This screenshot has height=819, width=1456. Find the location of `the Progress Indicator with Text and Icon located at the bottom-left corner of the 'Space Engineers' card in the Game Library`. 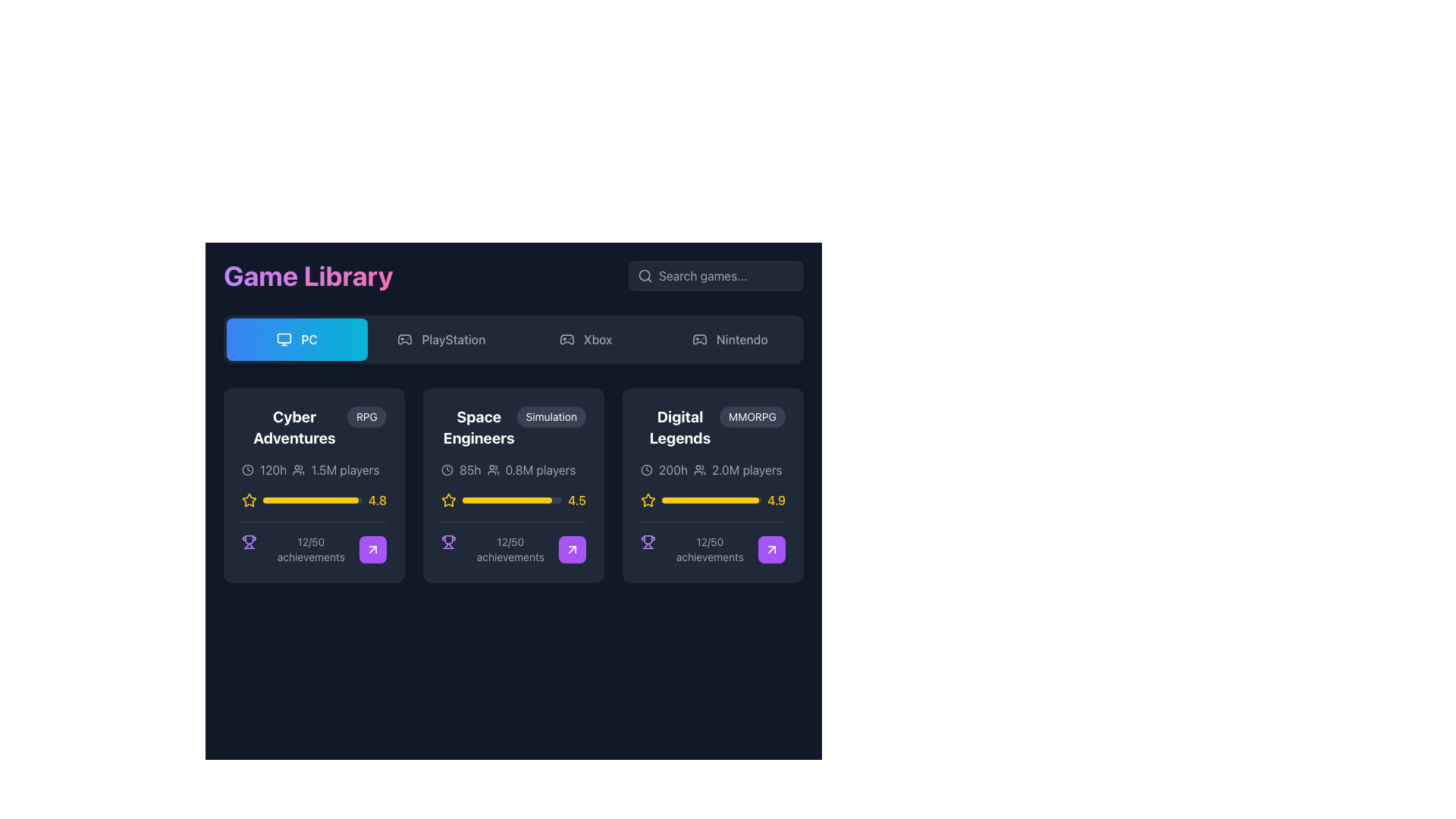

the Progress Indicator with Text and Icon located at the bottom-left corner of the 'Space Engineers' card in the Game Library is located at coordinates (500, 550).